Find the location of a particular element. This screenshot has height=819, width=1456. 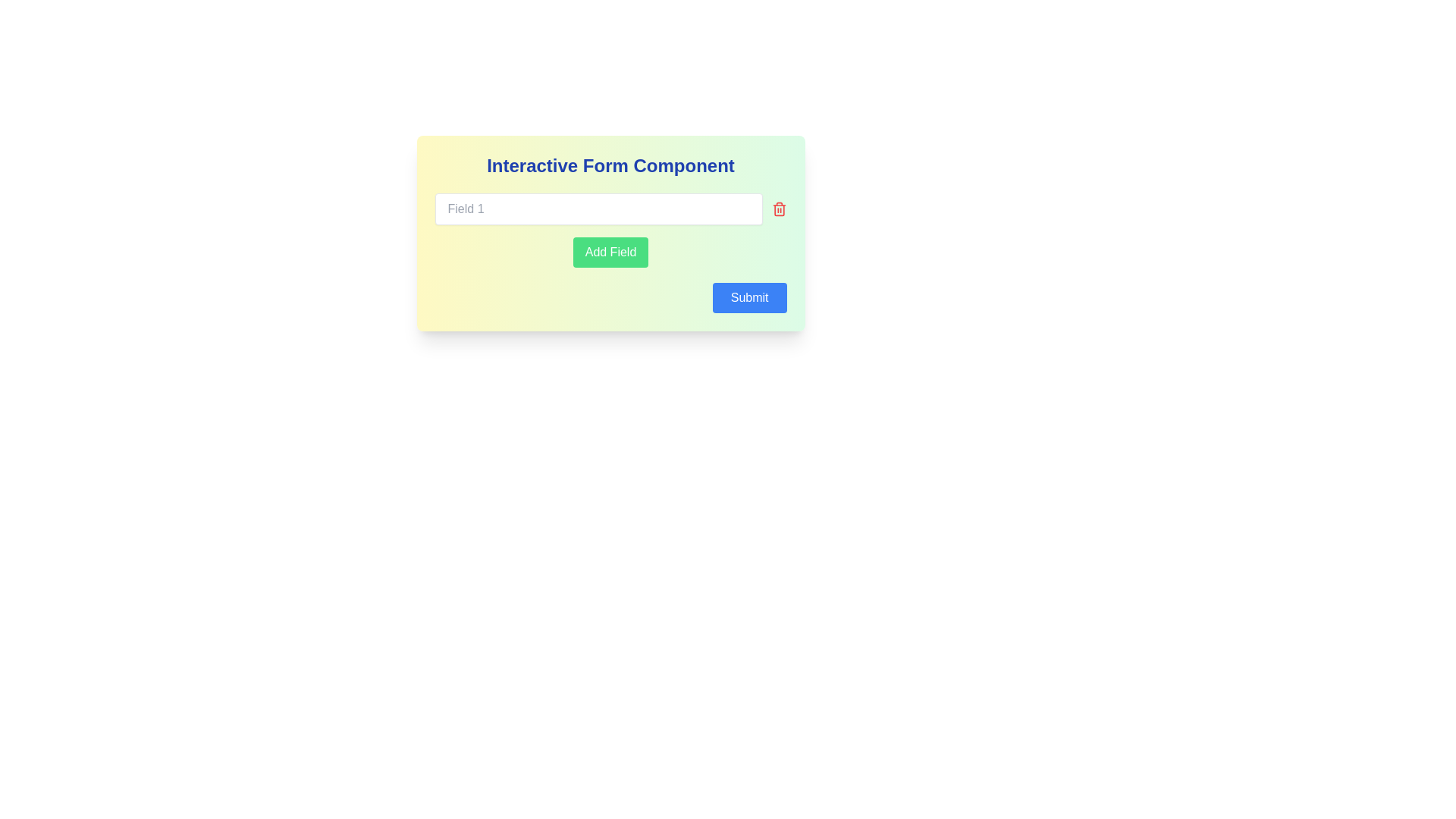

the 'Add Field' button with a green background and white text, located beneath 'Field 1', to bring it into view is located at coordinates (610, 251).